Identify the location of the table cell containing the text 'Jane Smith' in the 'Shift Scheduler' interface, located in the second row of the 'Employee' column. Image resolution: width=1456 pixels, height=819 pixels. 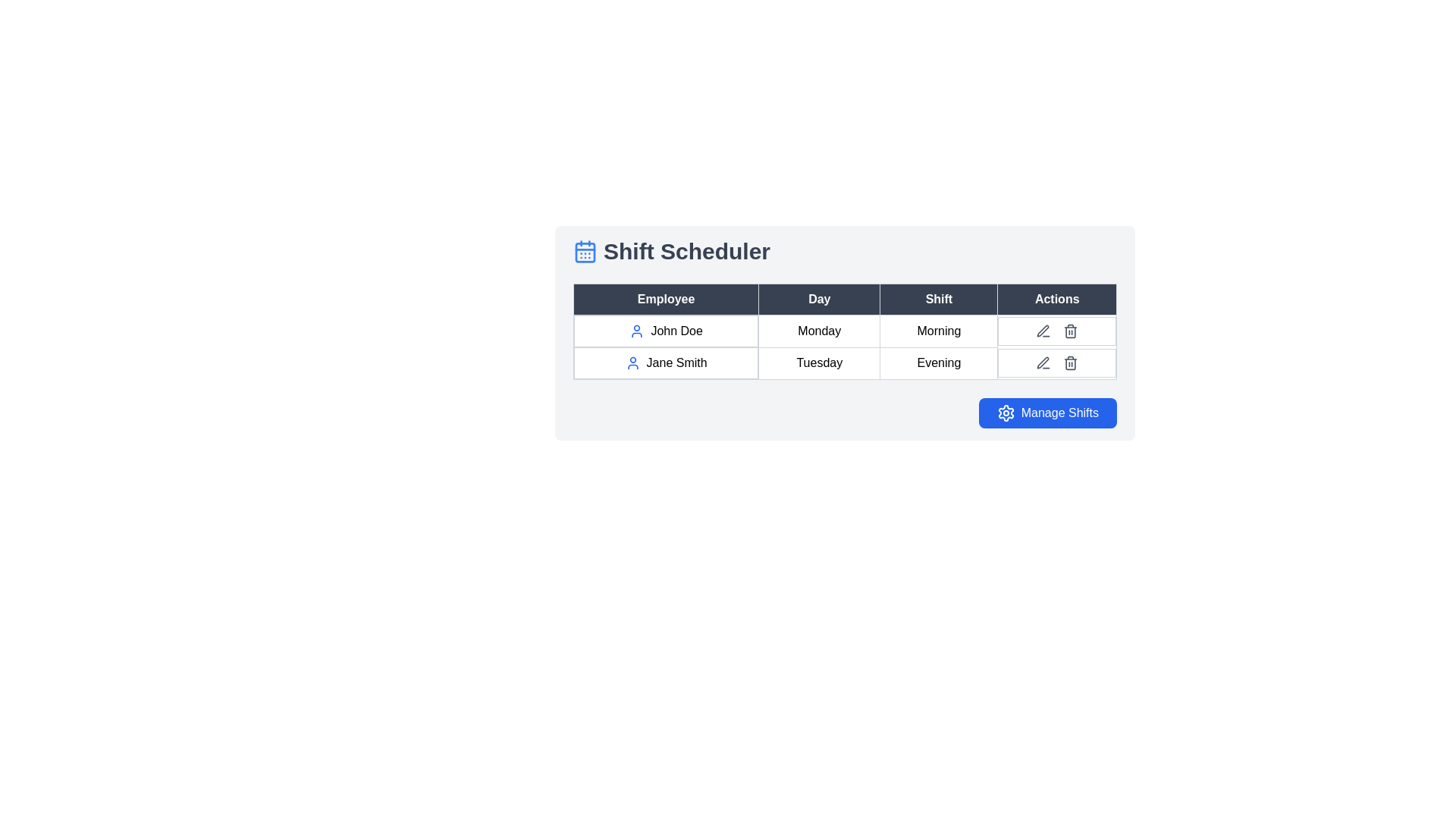
(666, 362).